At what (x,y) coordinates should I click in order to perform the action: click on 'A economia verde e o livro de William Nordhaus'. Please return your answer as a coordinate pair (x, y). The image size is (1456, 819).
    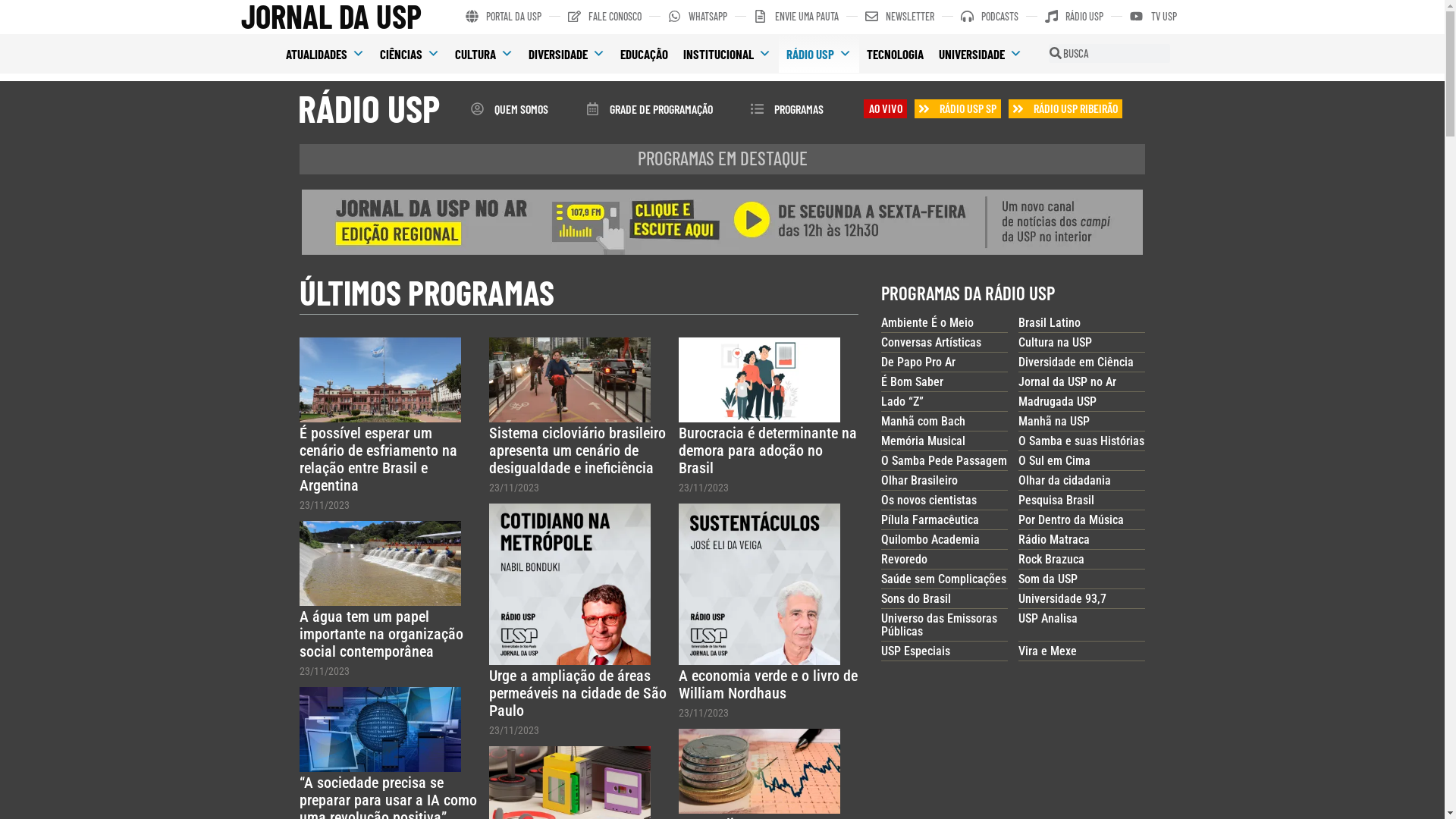
    Looking at the image, I should click on (767, 684).